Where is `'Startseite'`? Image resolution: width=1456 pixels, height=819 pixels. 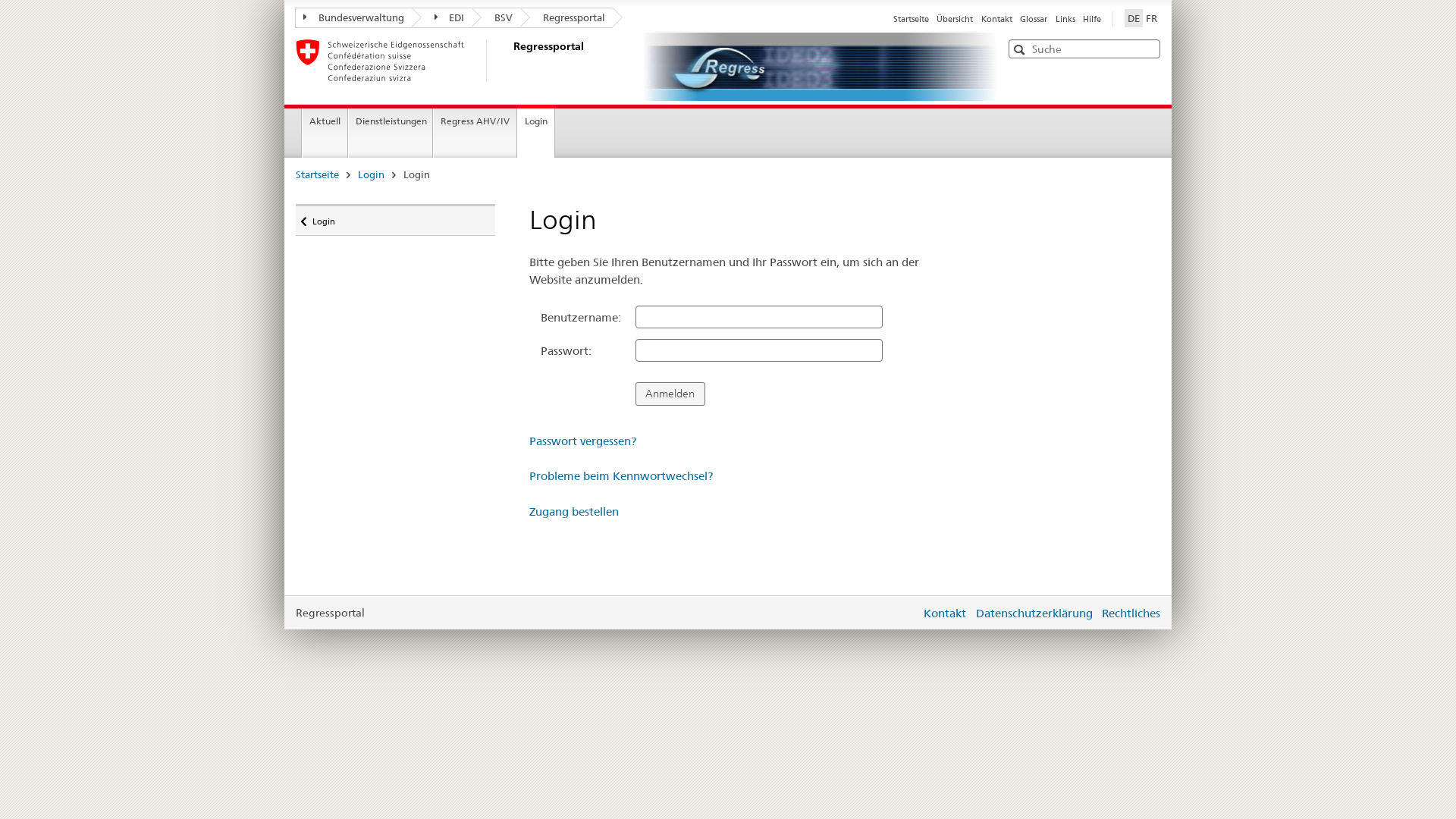 'Startseite' is located at coordinates (910, 18).